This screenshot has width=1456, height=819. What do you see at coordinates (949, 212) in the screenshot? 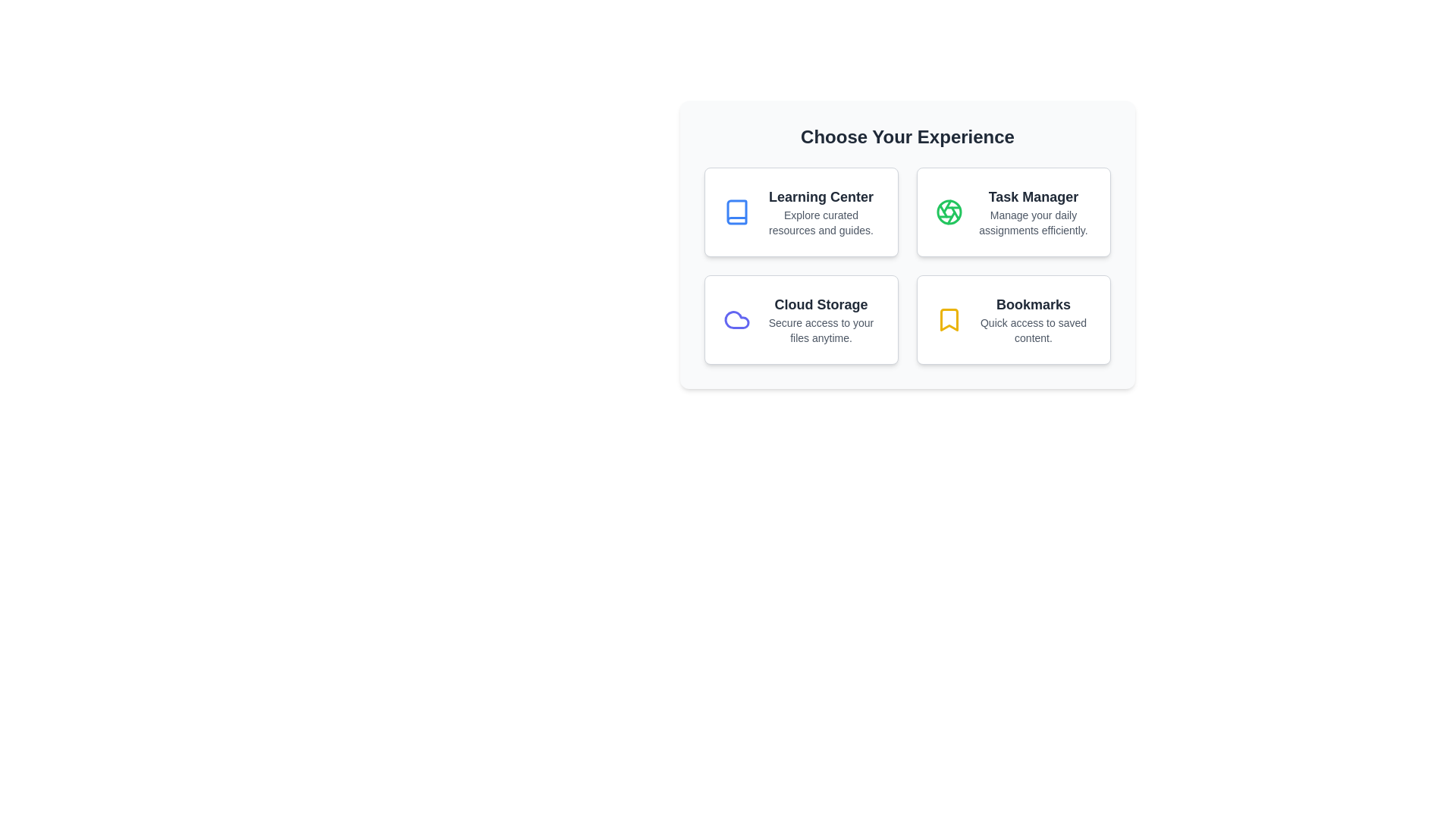
I see `the 'Task Manager' icon, which is located in the second column of the first row under the 'Choose Your Experience' header, directly above the text 'Manage your daily assignments efficiently.'` at bounding box center [949, 212].